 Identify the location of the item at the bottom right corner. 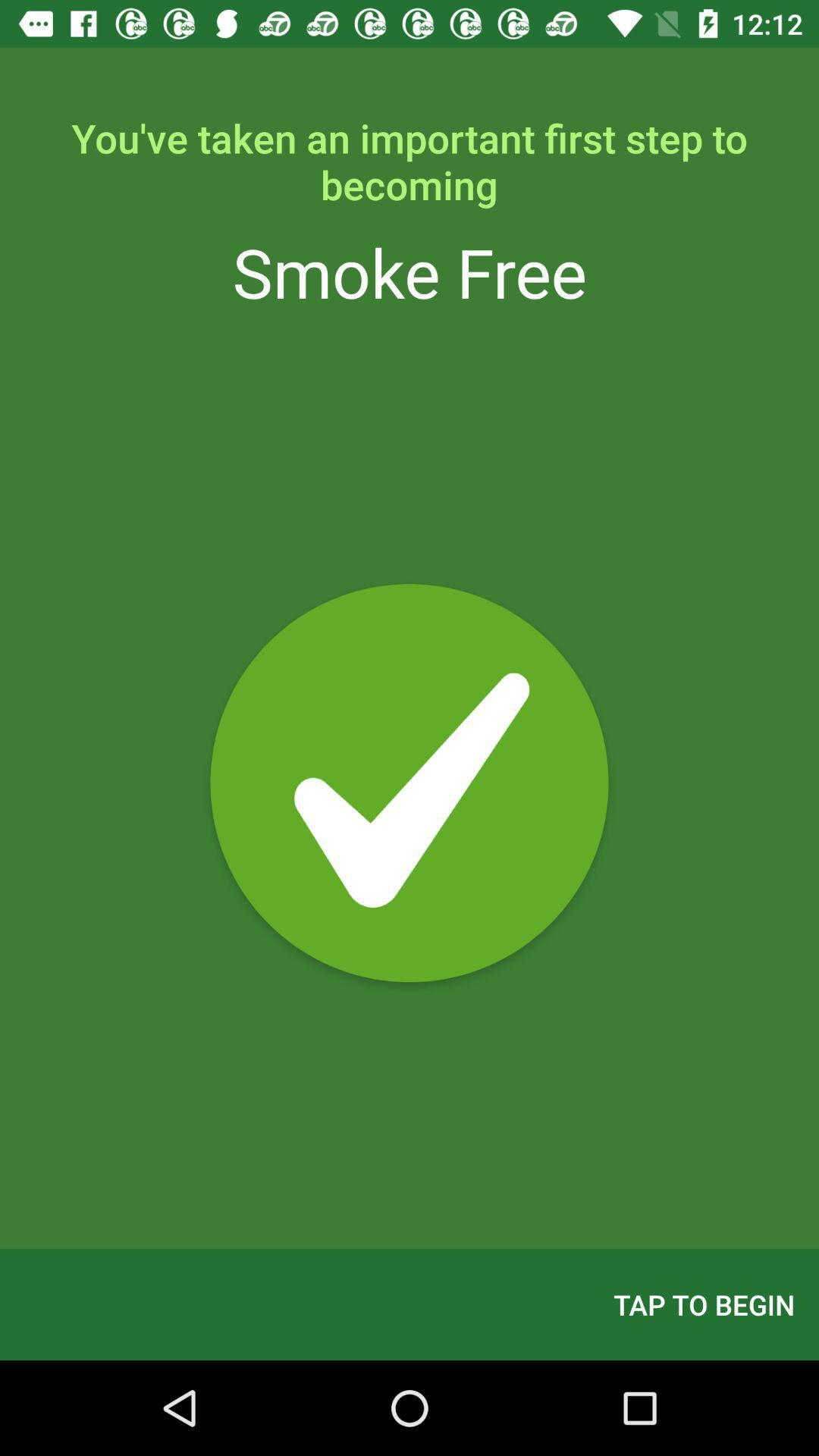
(704, 1304).